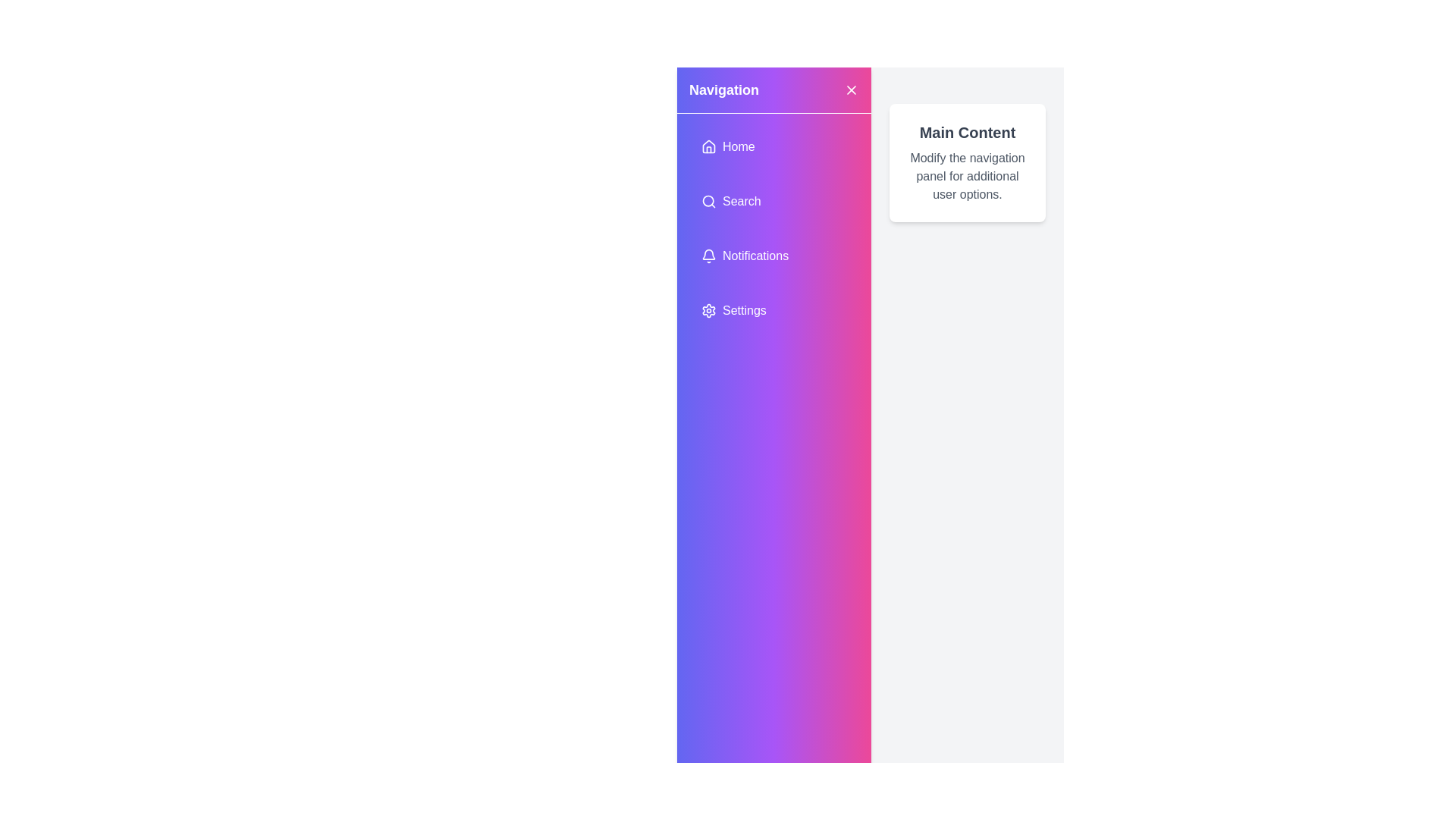 The height and width of the screenshot is (819, 1456). I want to click on the close or dismiss icon located at the top-right corner of the purple-pink gradient navigation sidebar, so click(852, 90).